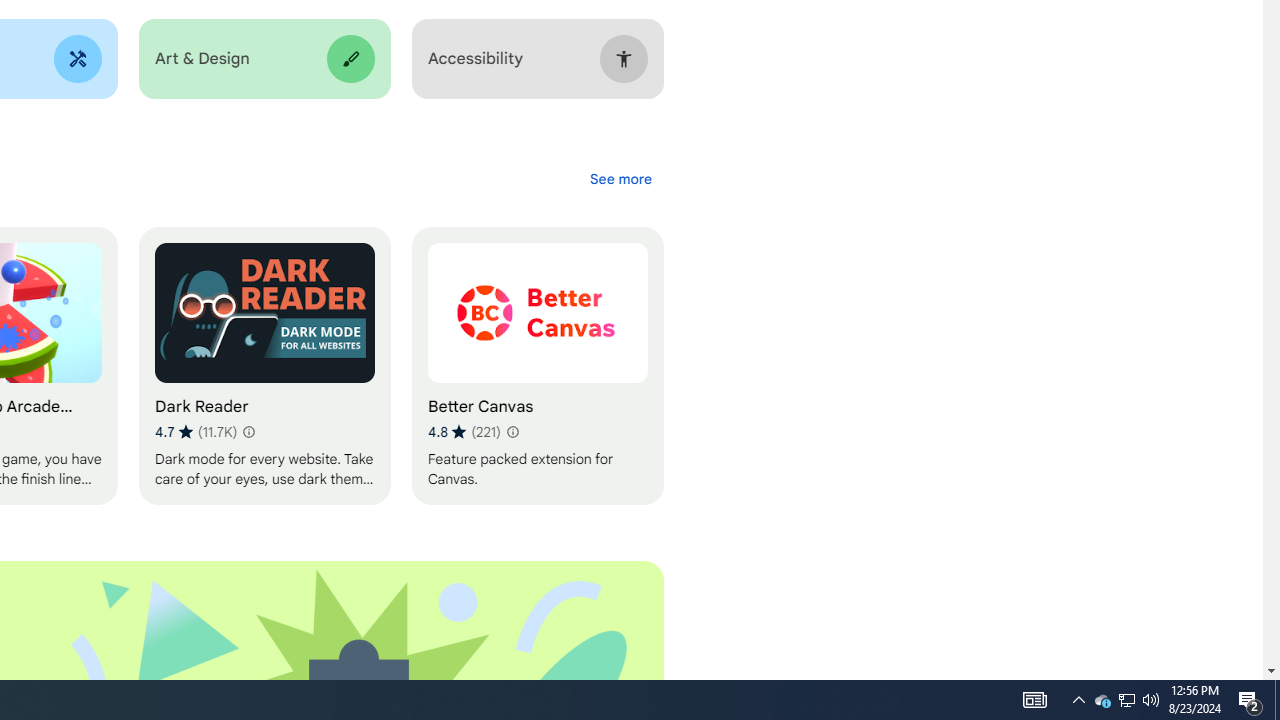 This screenshot has height=720, width=1280. What do you see at coordinates (263, 366) in the screenshot?
I see `'Dark Reader'` at bounding box center [263, 366].